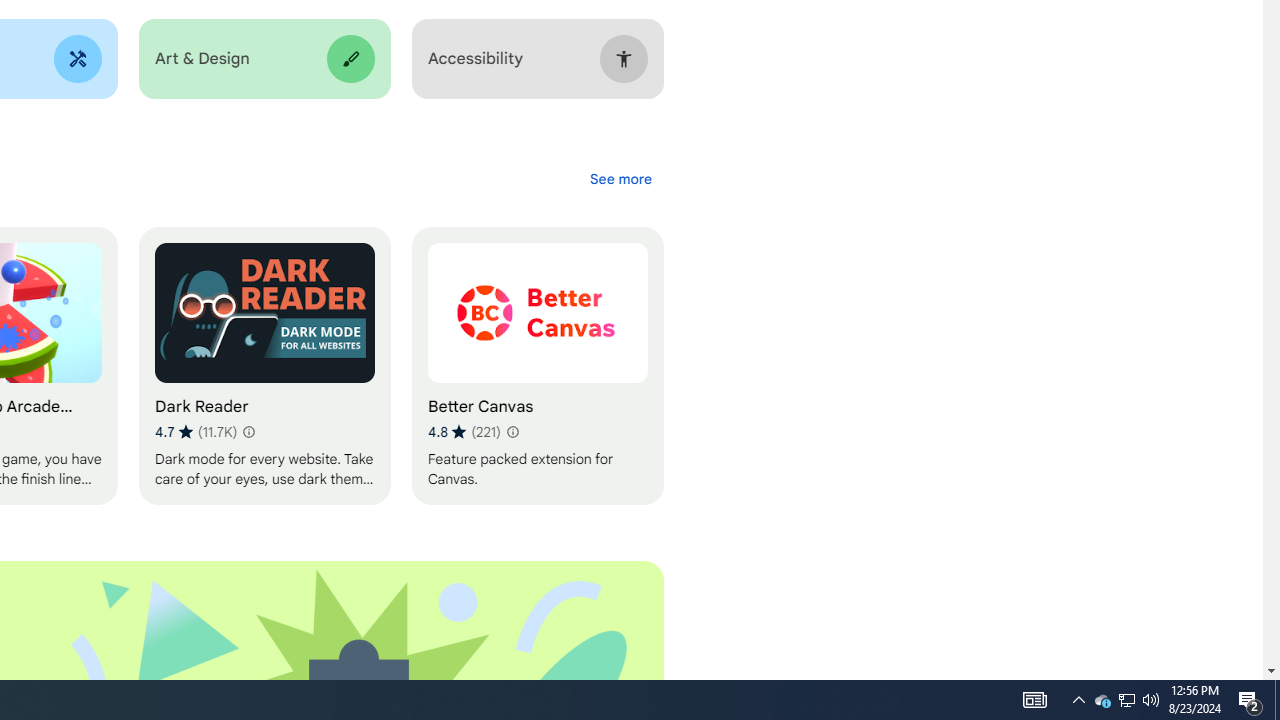 This screenshot has height=720, width=1280. What do you see at coordinates (263, 366) in the screenshot?
I see `'Dark Reader'` at bounding box center [263, 366].